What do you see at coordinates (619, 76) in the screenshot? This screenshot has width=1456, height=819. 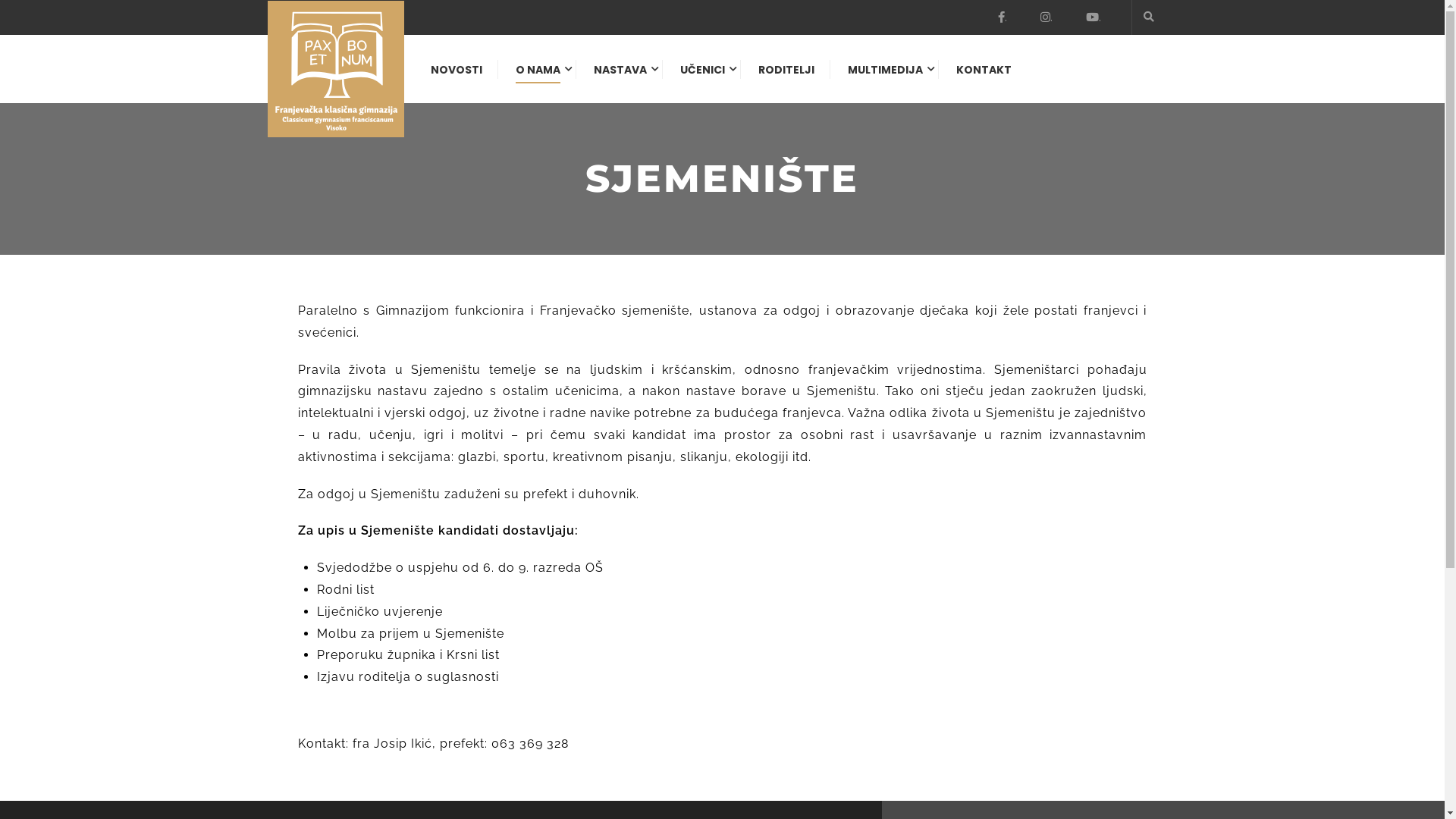 I see `'NASTAVA'` at bounding box center [619, 76].